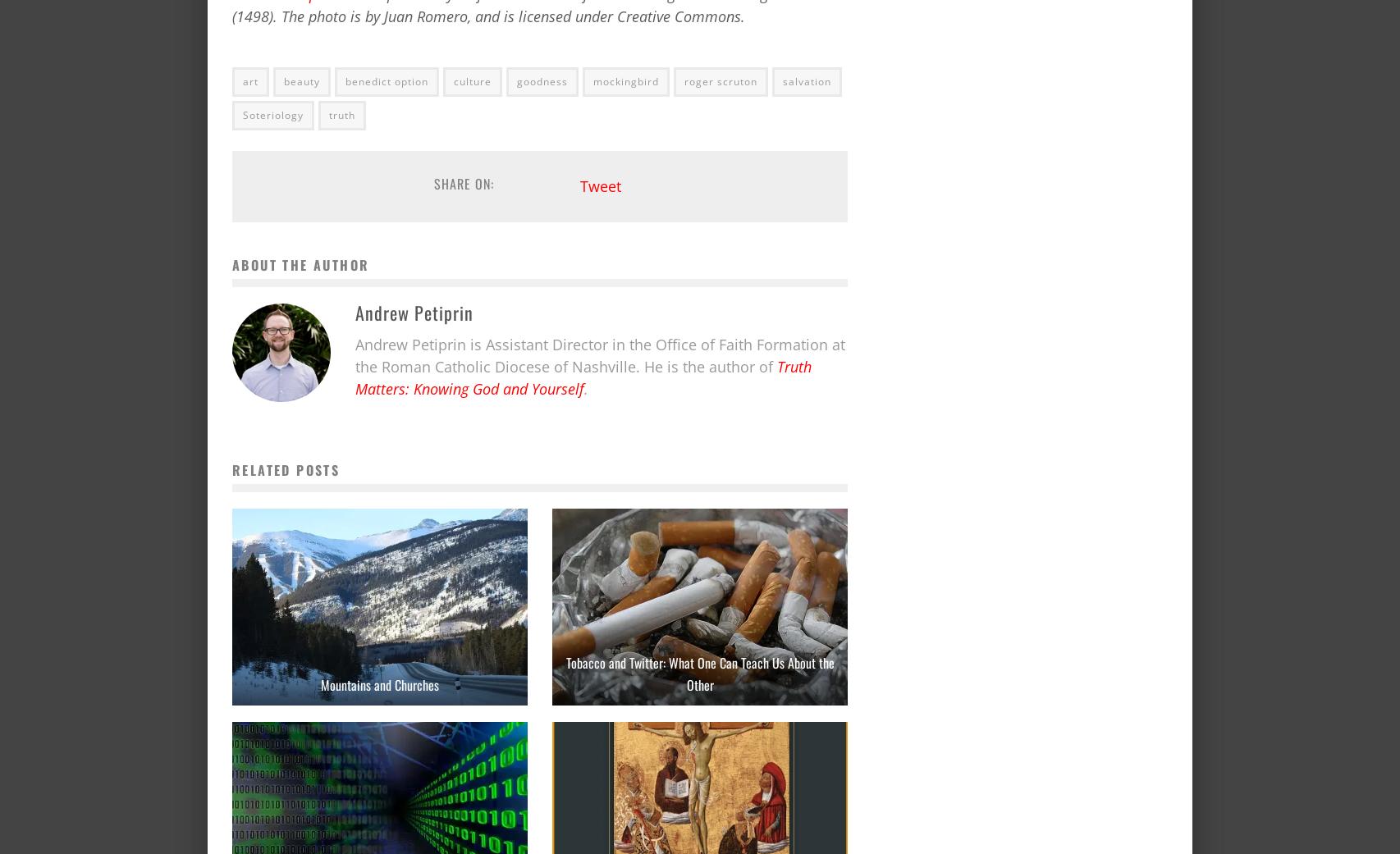  What do you see at coordinates (625, 80) in the screenshot?
I see `'mockingbird'` at bounding box center [625, 80].